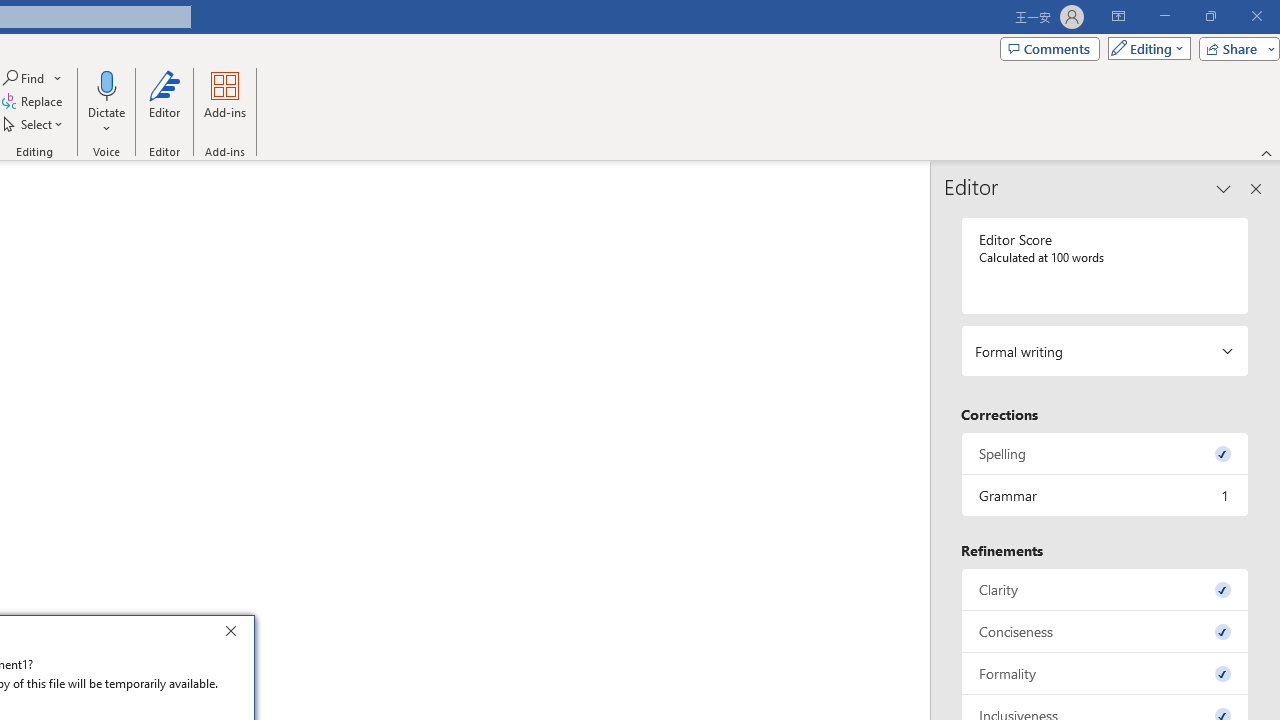  I want to click on 'Ribbon Display Options', so click(1117, 16).